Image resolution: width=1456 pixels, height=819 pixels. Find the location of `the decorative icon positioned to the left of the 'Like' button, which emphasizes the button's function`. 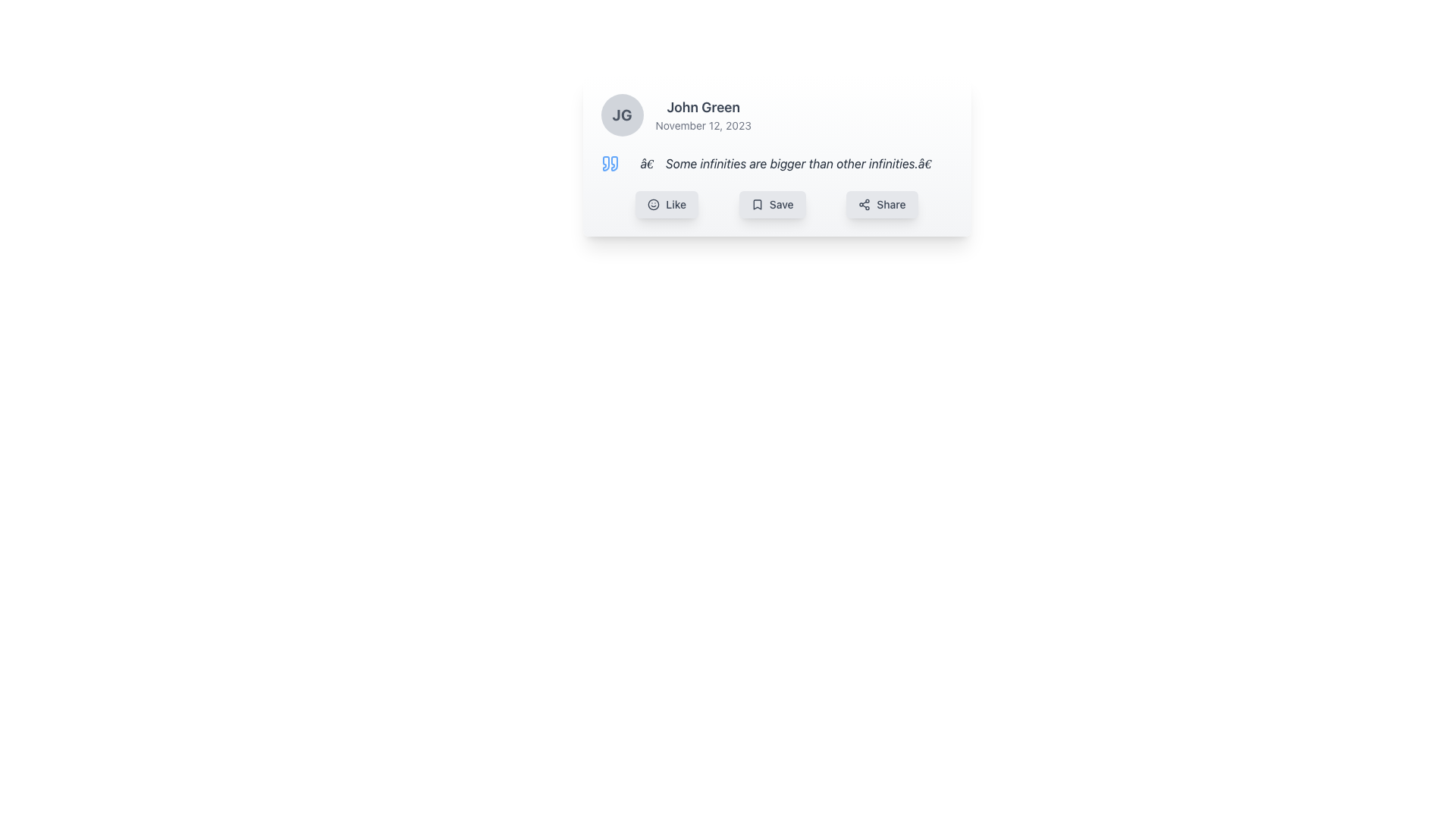

the decorative icon positioned to the left of the 'Like' button, which emphasizes the button's function is located at coordinates (654, 205).